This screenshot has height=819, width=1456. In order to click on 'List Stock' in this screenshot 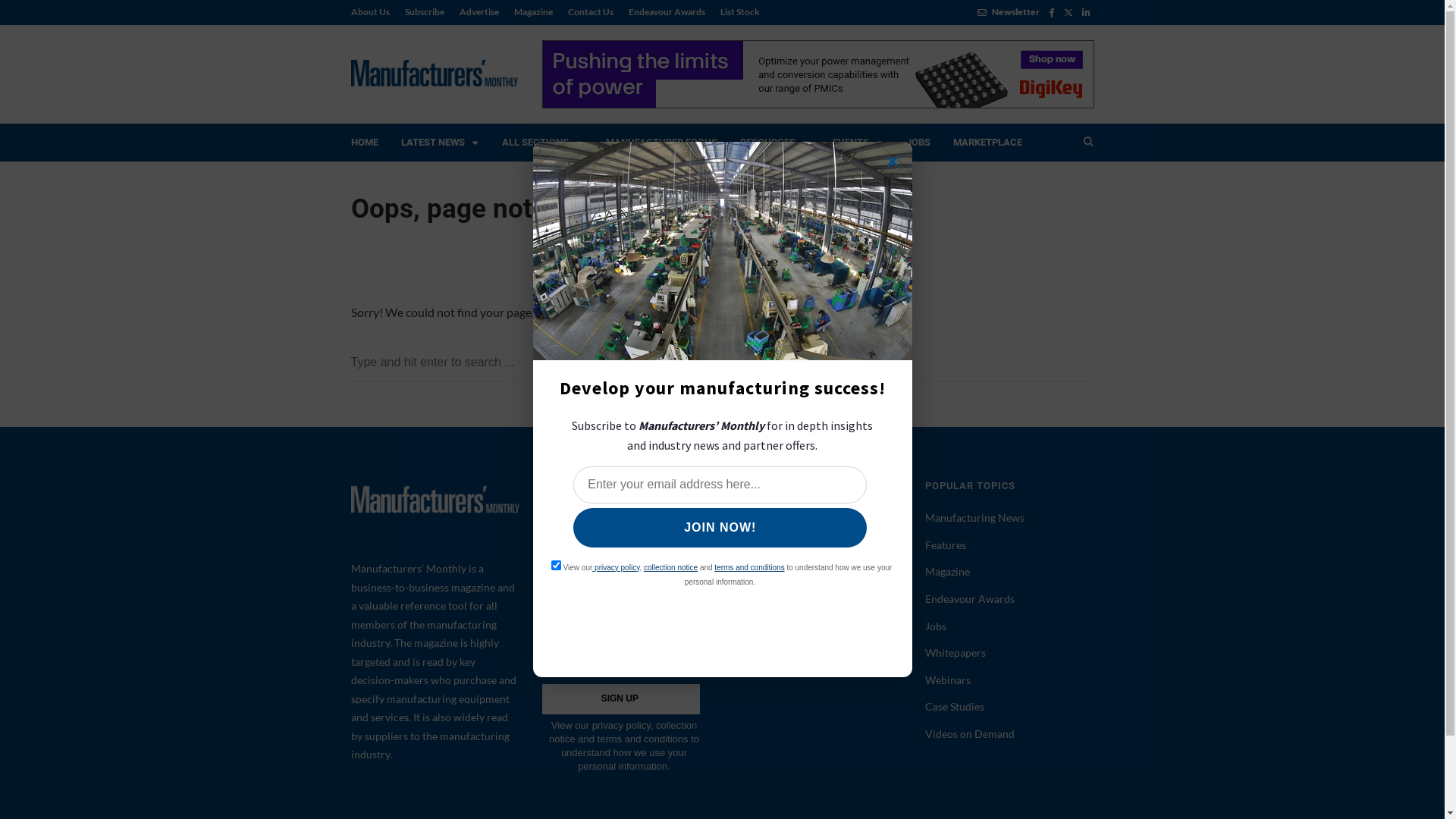, I will do `click(736, 11)`.